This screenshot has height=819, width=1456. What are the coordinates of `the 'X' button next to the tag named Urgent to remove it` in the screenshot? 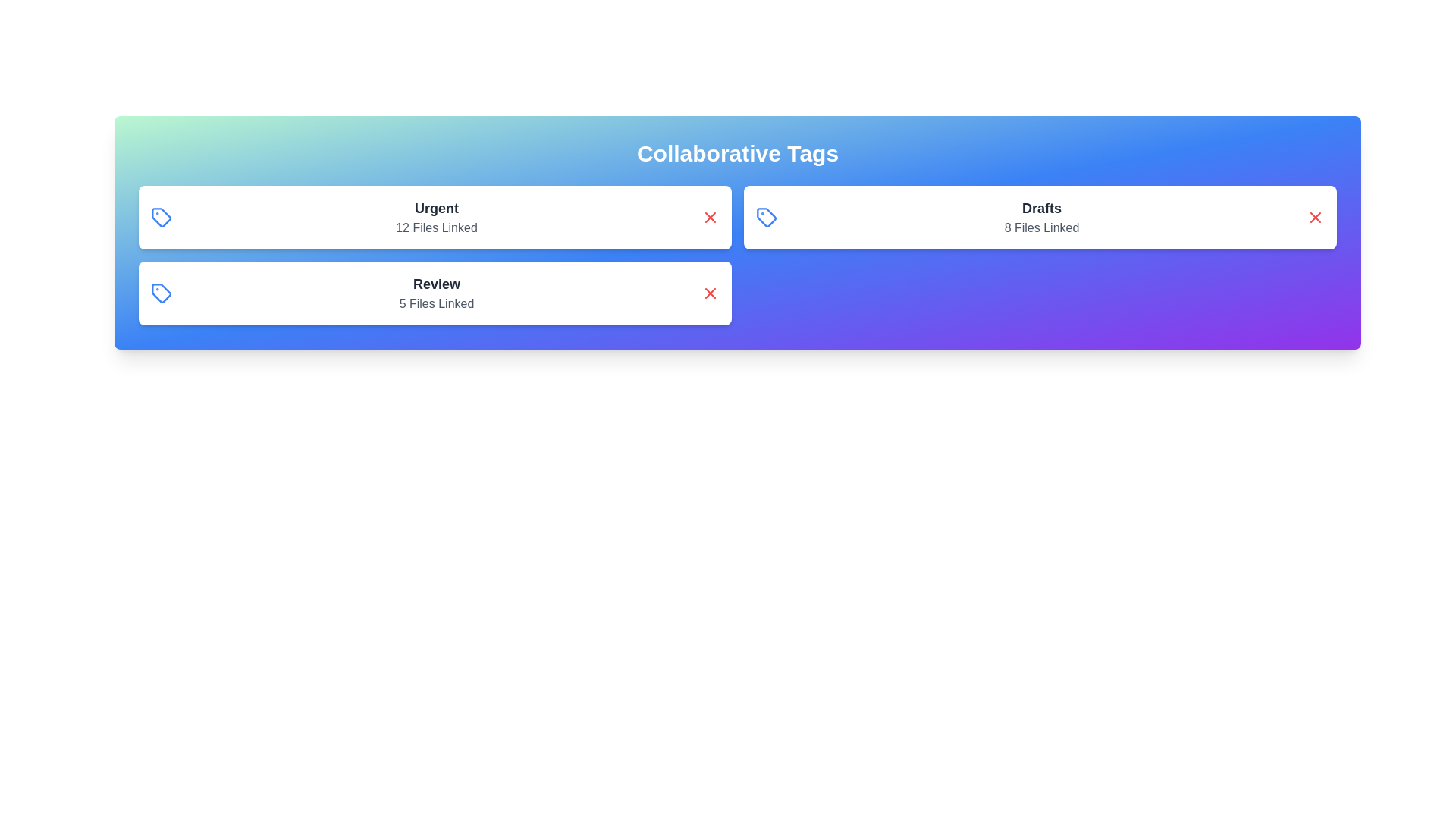 It's located at (709, 217).